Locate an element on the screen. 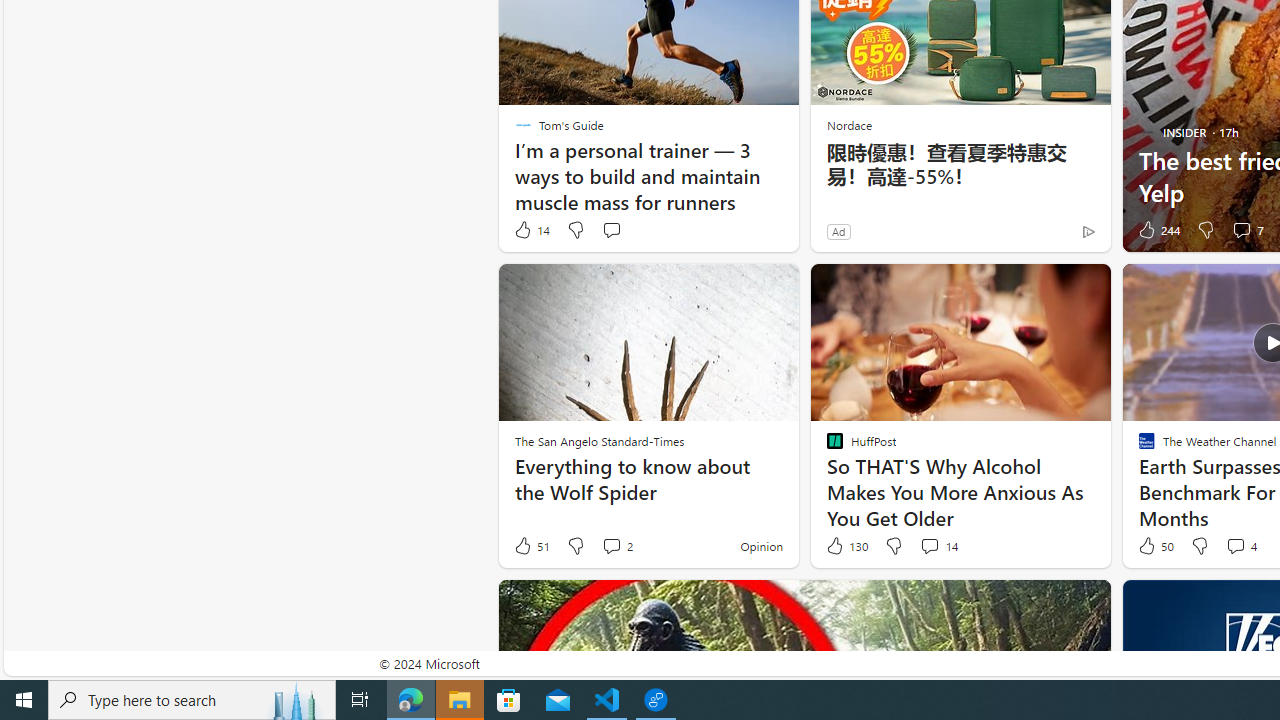 This screenshot has height=720, width=1280. 'View comments 7 Comment' is located at coordinates (1240, 229).